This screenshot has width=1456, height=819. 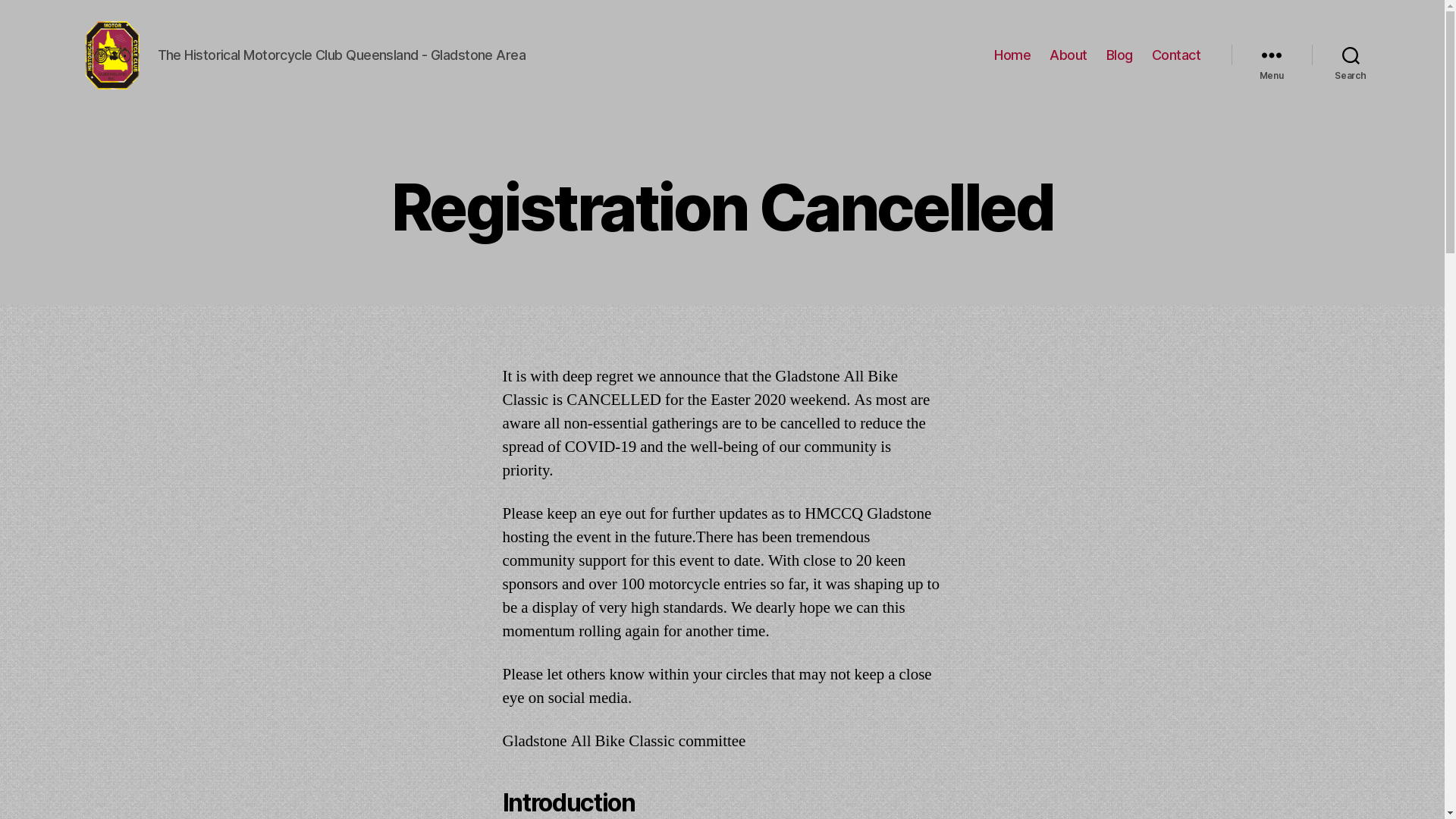 What do you see at coordinates (1231, 55) in the screenshot?
I see `'Menu'` at bounding box center [1231, 55].